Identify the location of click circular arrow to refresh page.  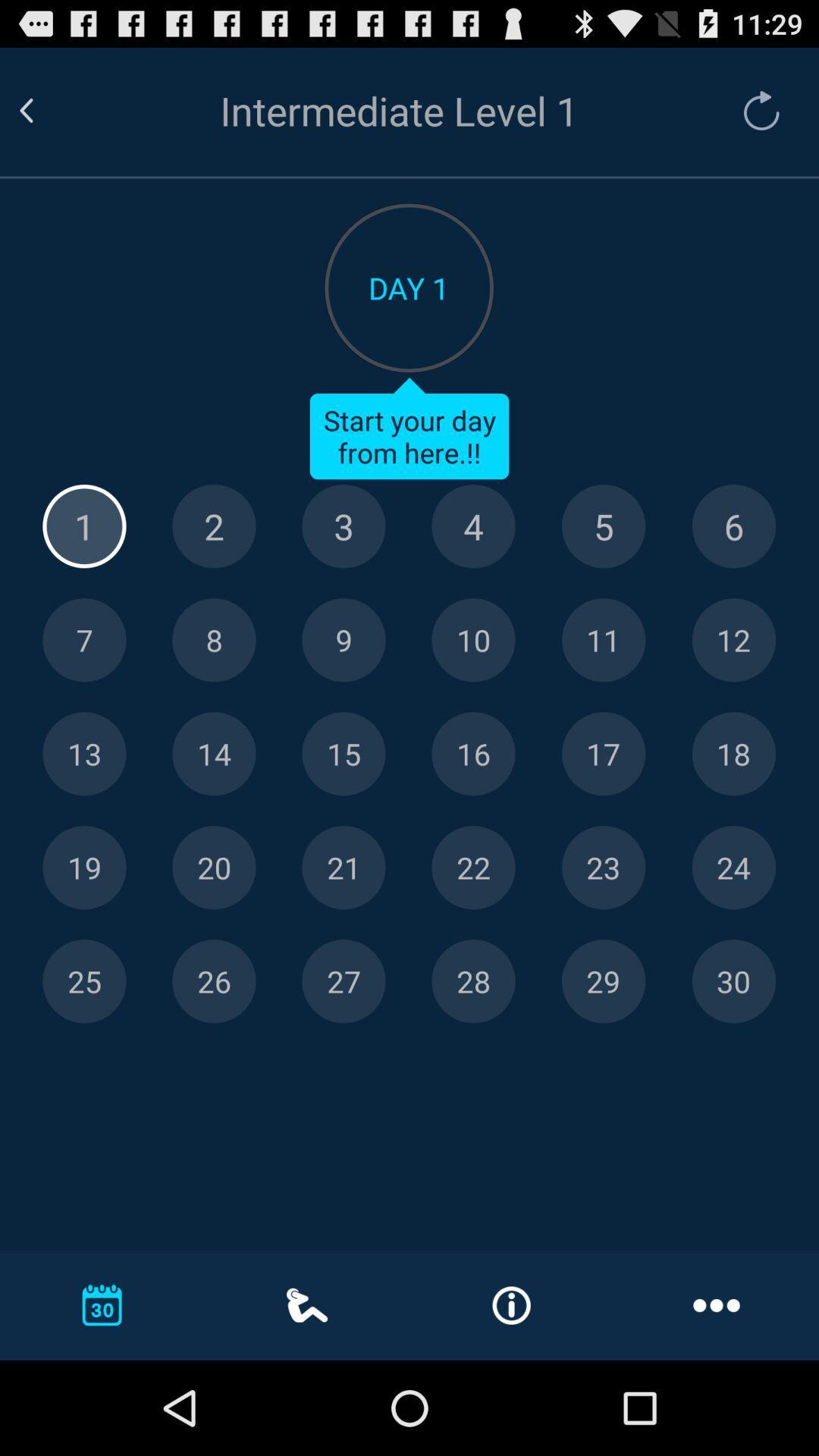
(754, 110).